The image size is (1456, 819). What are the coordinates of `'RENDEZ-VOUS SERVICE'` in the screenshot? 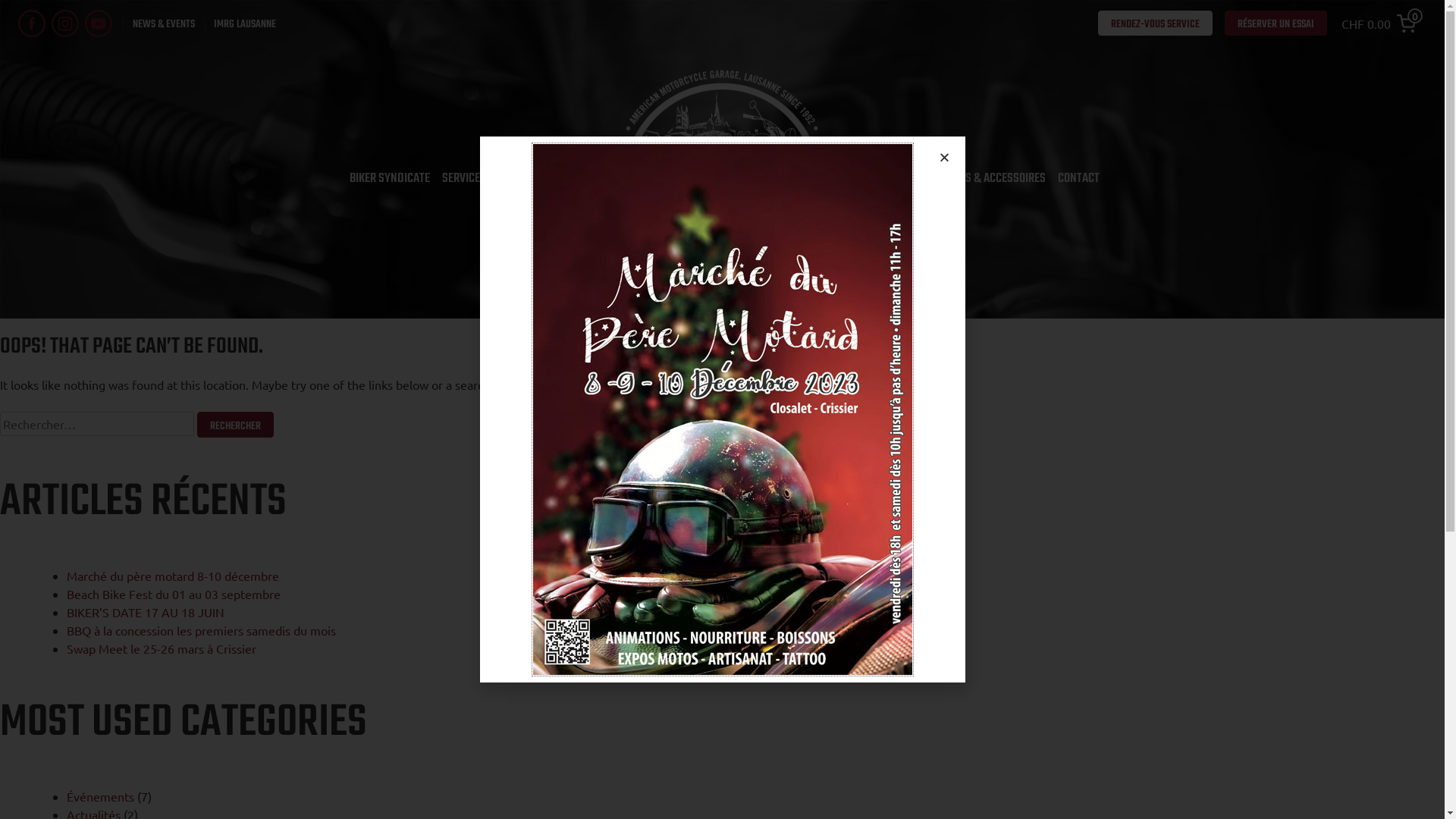 It's located at (1154, 23).